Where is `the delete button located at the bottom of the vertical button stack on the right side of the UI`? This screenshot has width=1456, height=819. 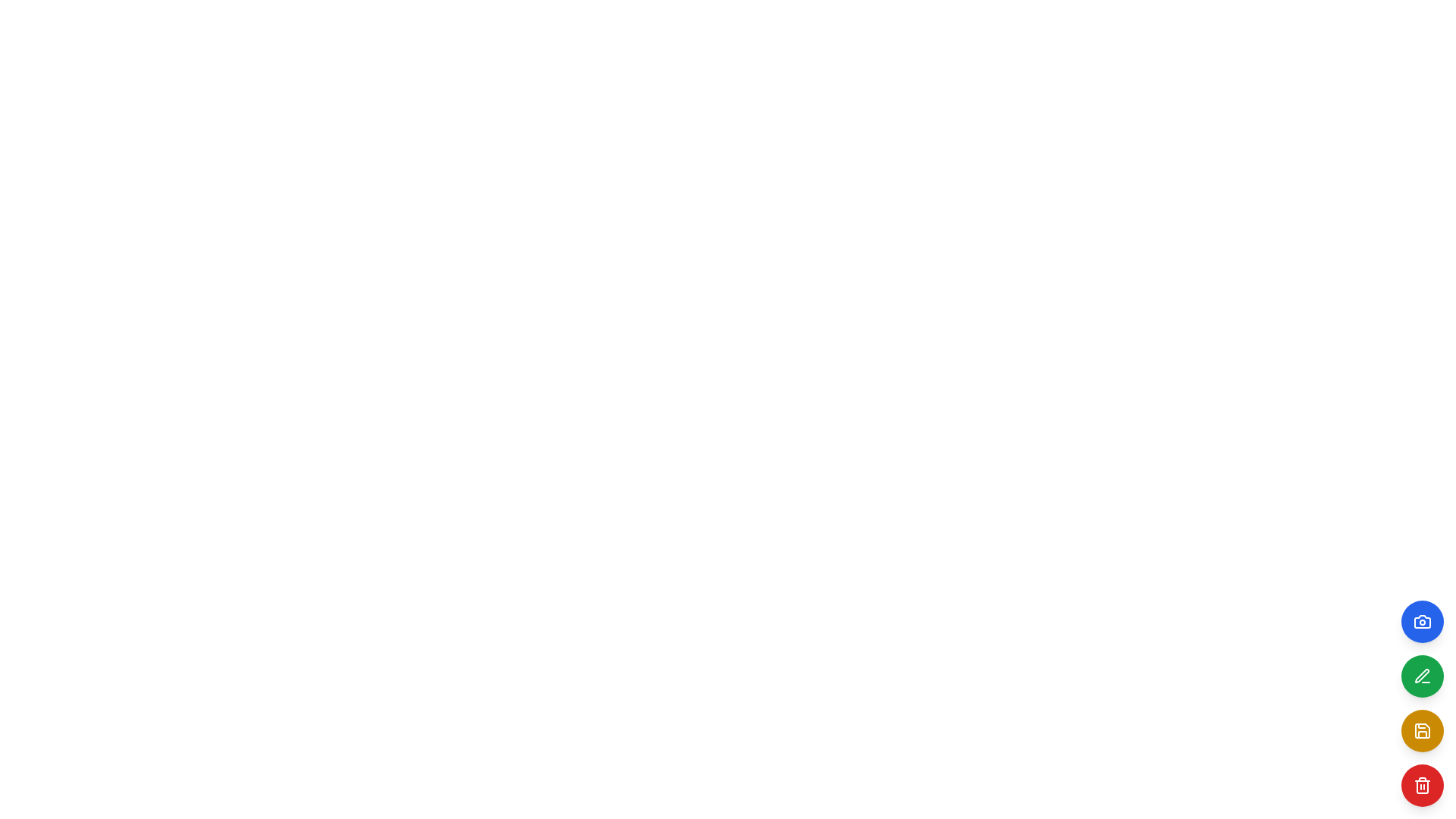
the delete button located at the bottom of the vertical button stack on the right side of the UI is located at coordinates (1422, 785).